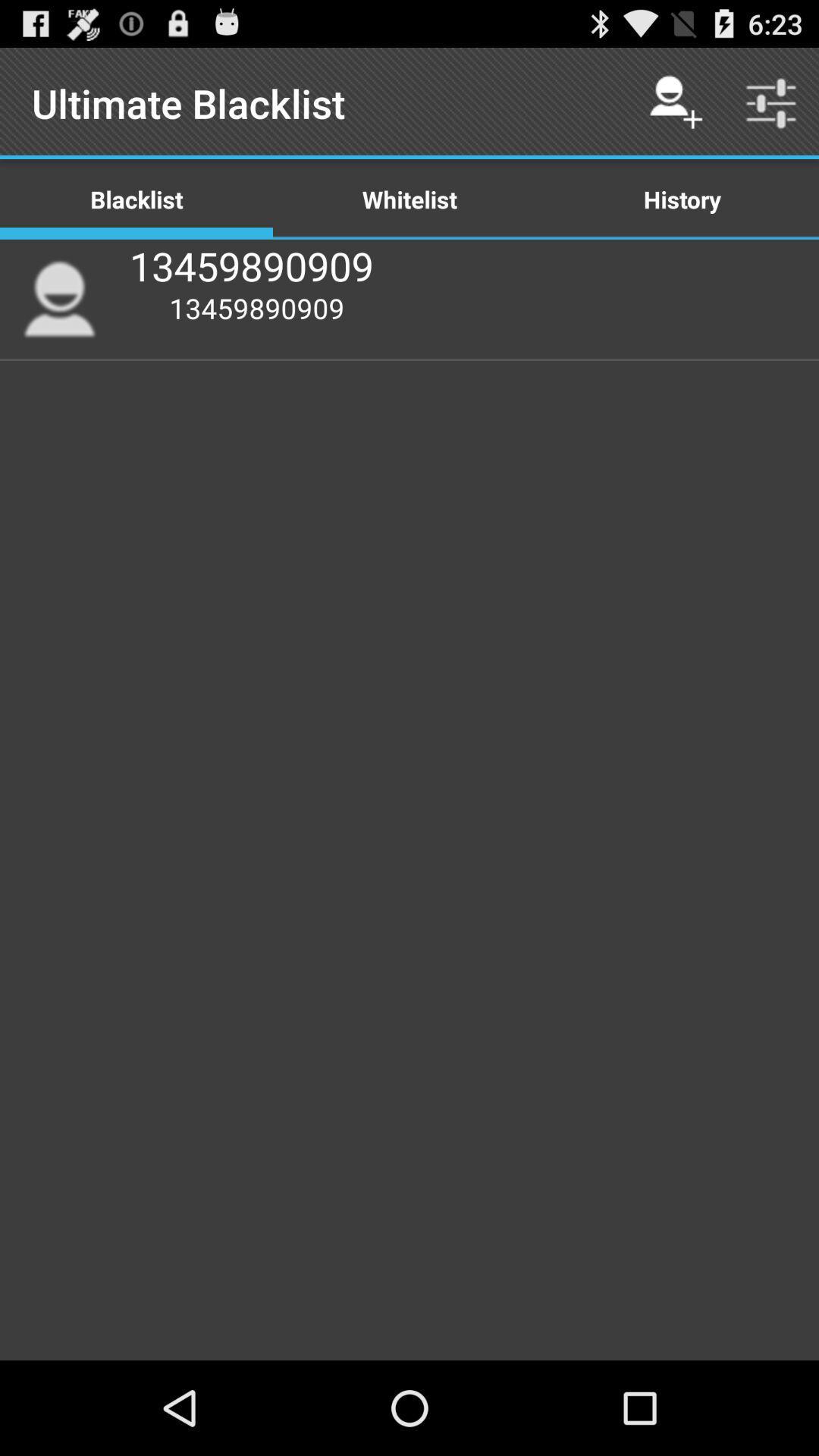  What do you see at coordinates (409, 198) in the screenshot?
I see `the icon below the ultimate blacklist` at bounding box center [409, 198].